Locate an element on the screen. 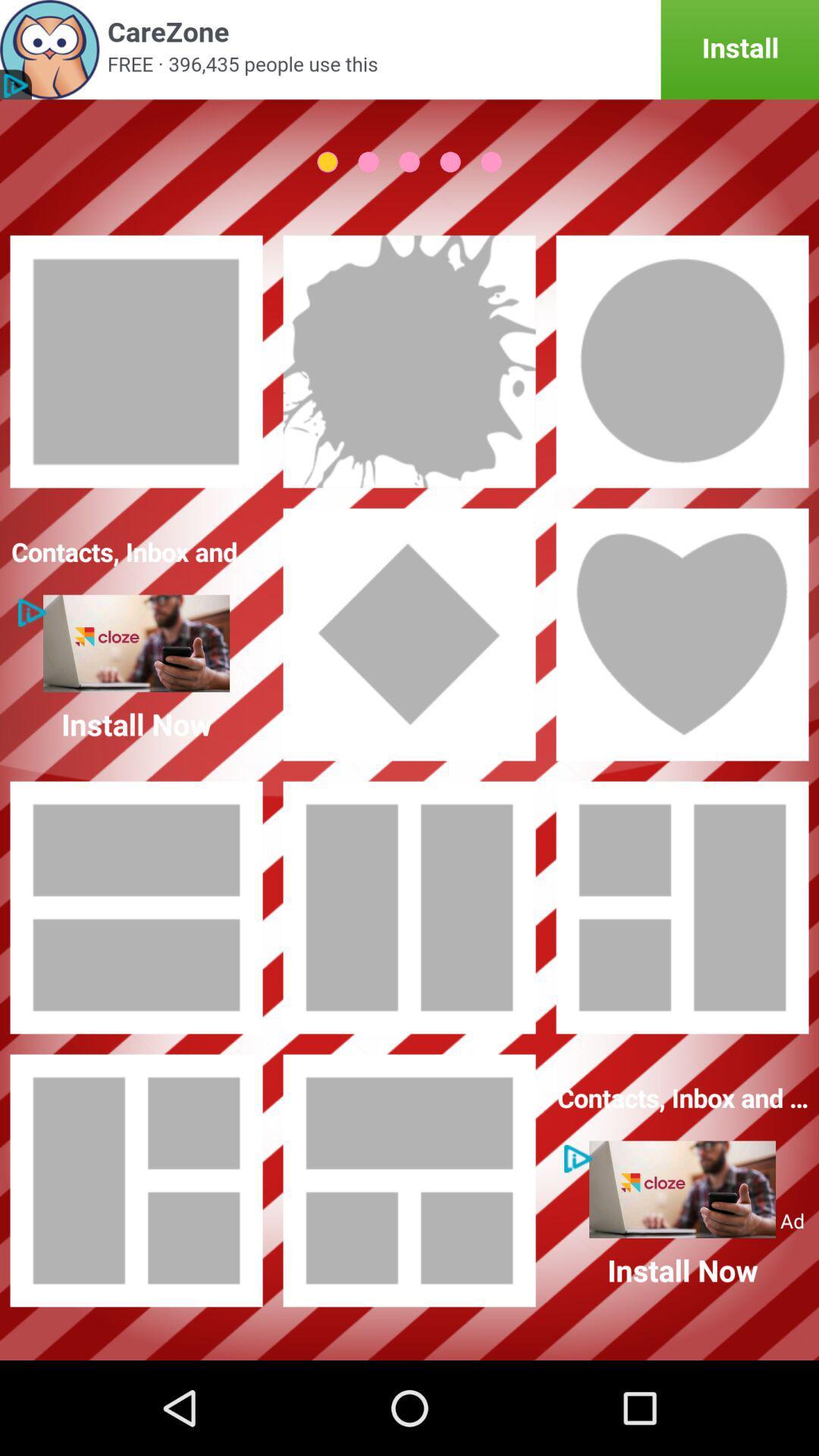 The width and height of the screenshot is (819, 1456). choose photo grid layout with three picture option is located at coordinates (136, 1179).